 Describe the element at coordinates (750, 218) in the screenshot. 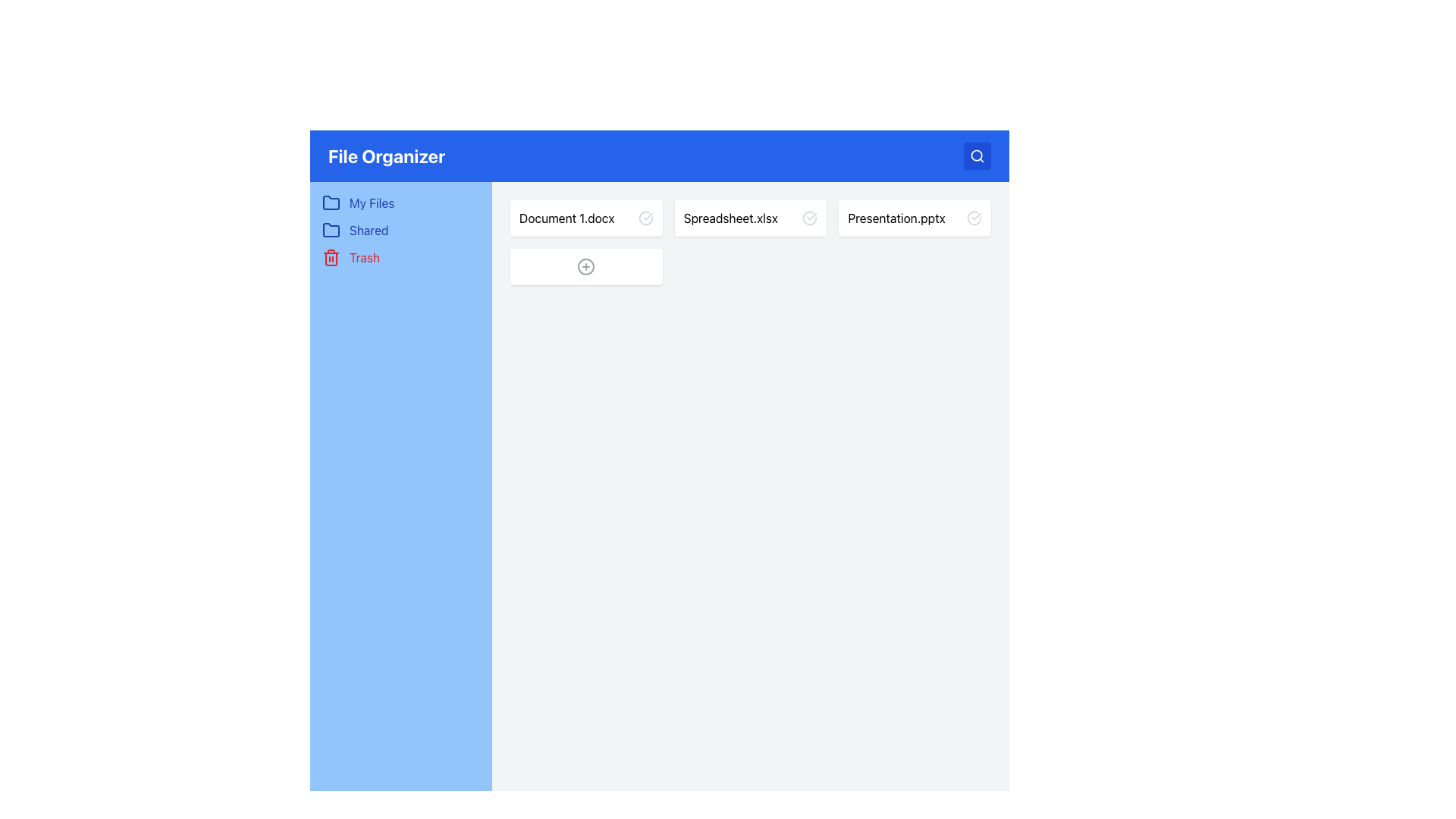

I see `the file entry labeled 'Spreadsheet.xlsx'` at that location.